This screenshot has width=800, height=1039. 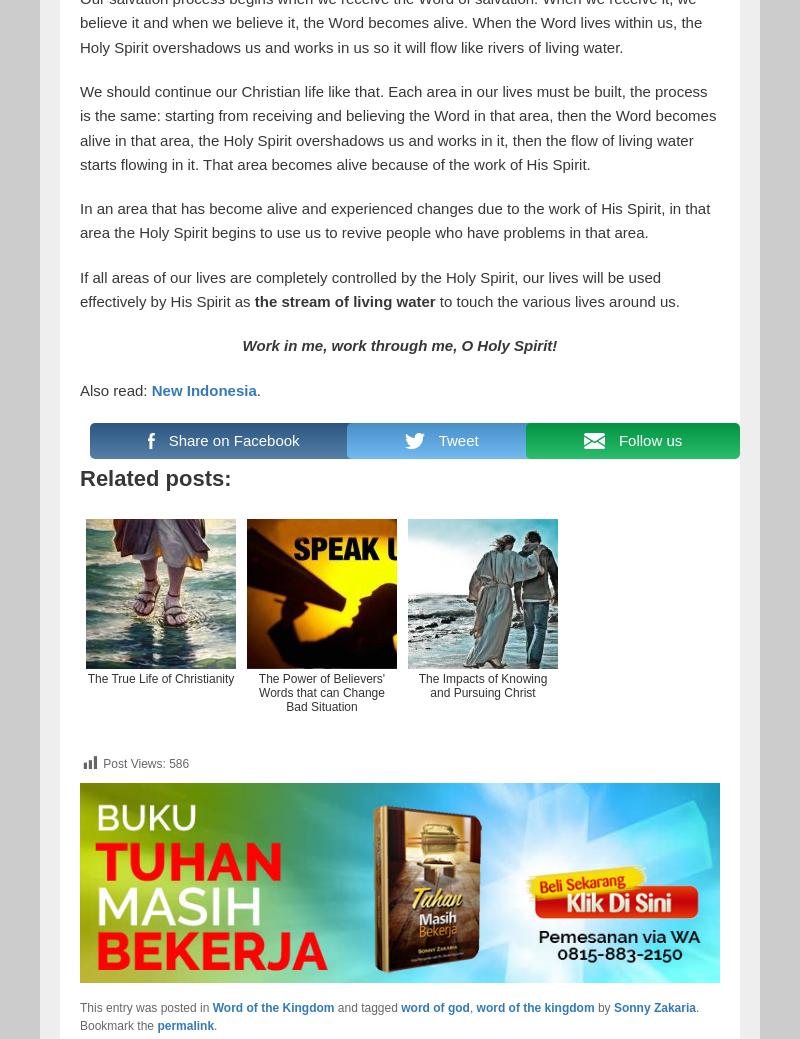 I want to click on 'by', so click(x=603, y=1006).